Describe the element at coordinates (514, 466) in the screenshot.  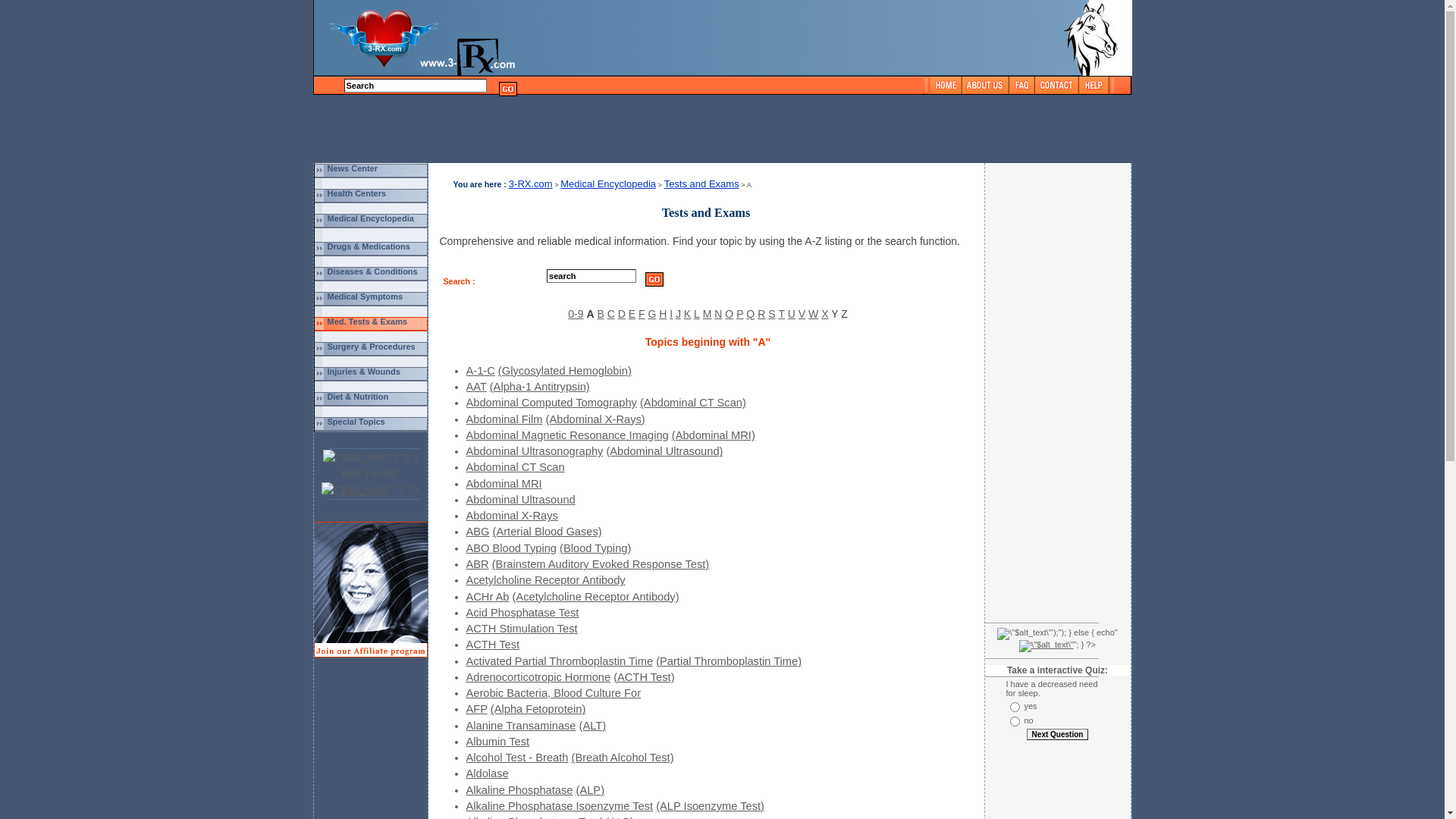
I see `'Abdominal CT Scan'` at that location.